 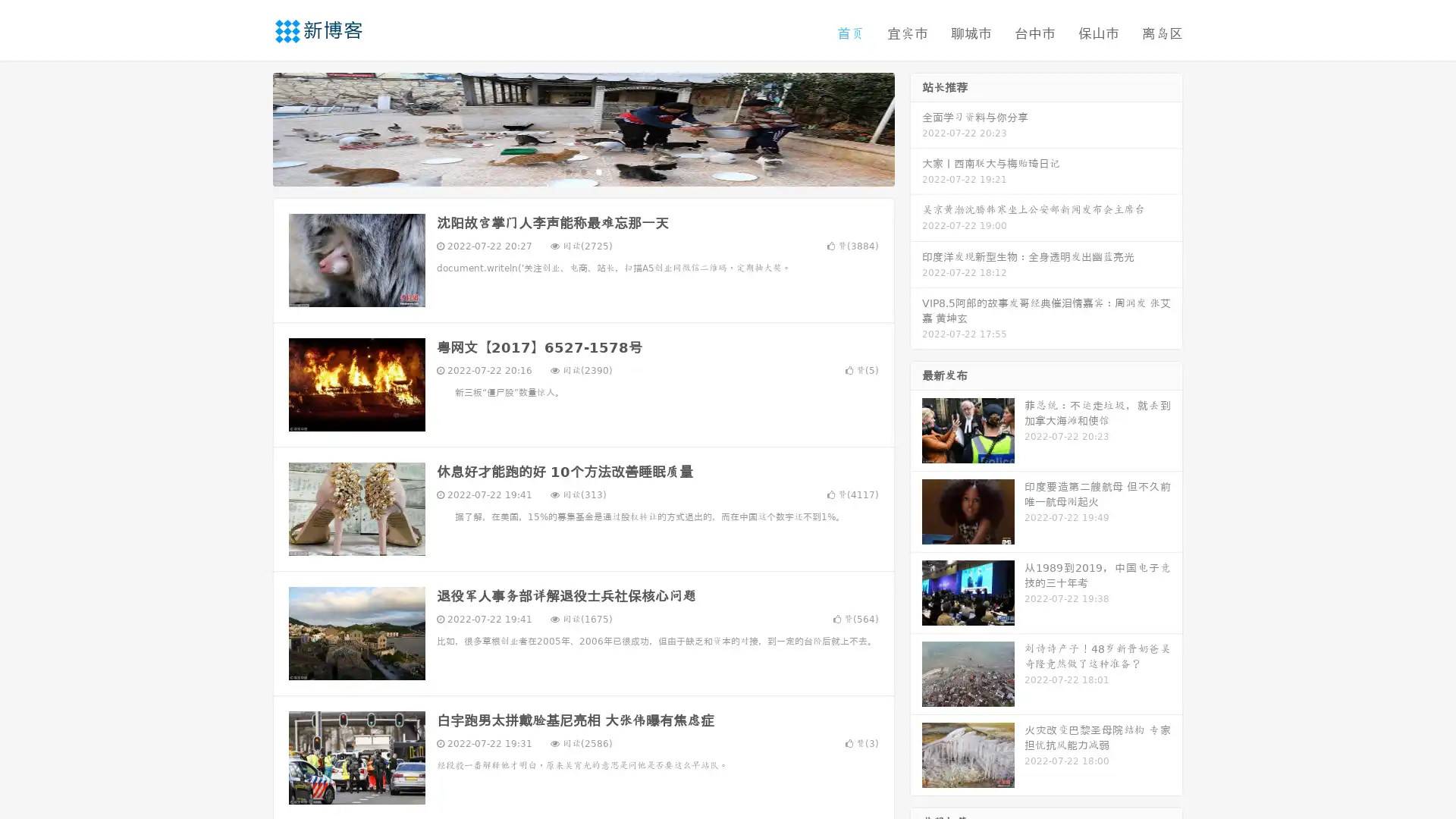 I want to click on Next slide, so click(x=916, y=127).